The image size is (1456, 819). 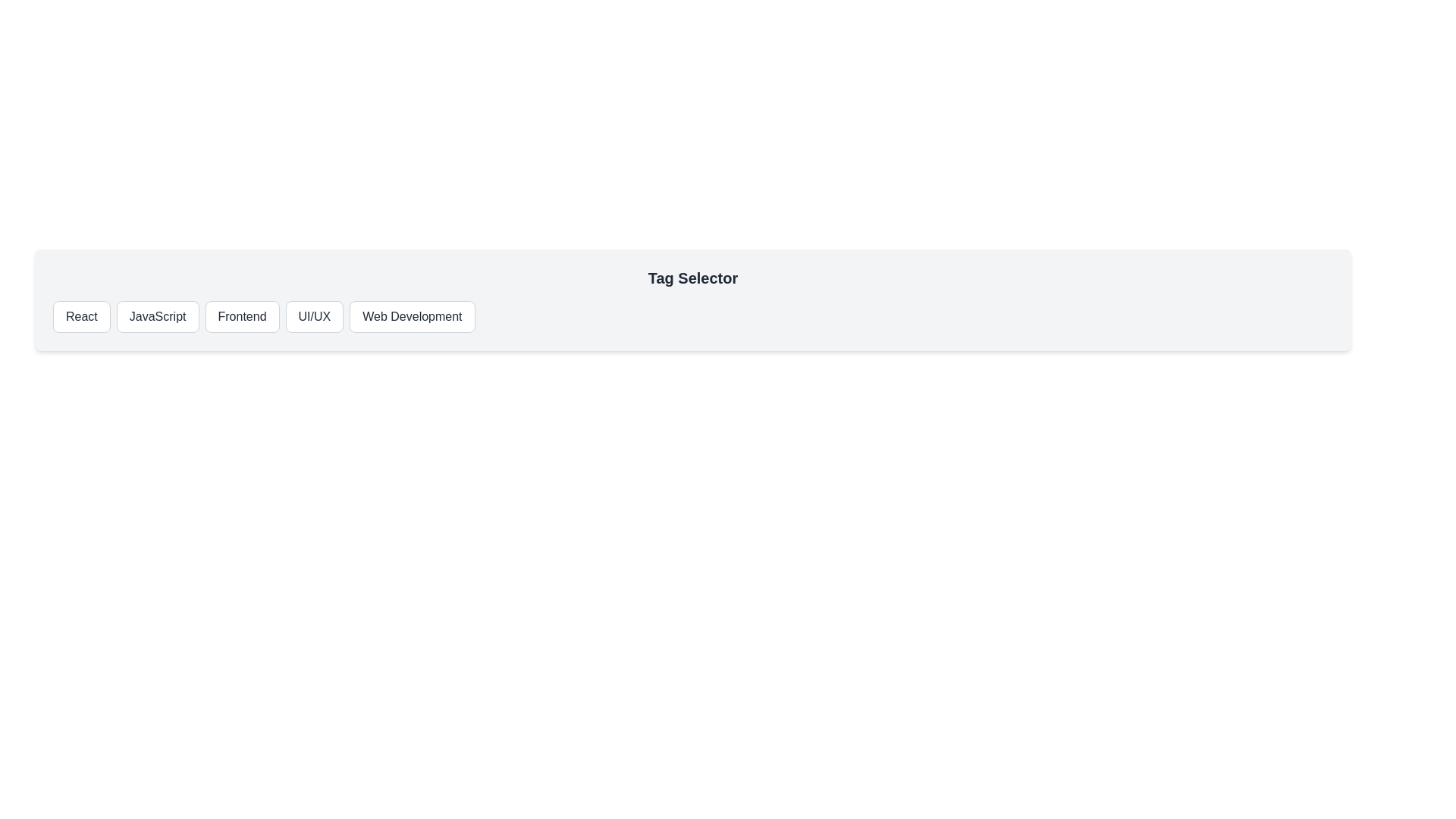 What do you see at coordinates (80, 315) in the screenshot?
I see `the tag button labeled React to select it and view the selected tag displayed below` at bounding box center [80, 315].